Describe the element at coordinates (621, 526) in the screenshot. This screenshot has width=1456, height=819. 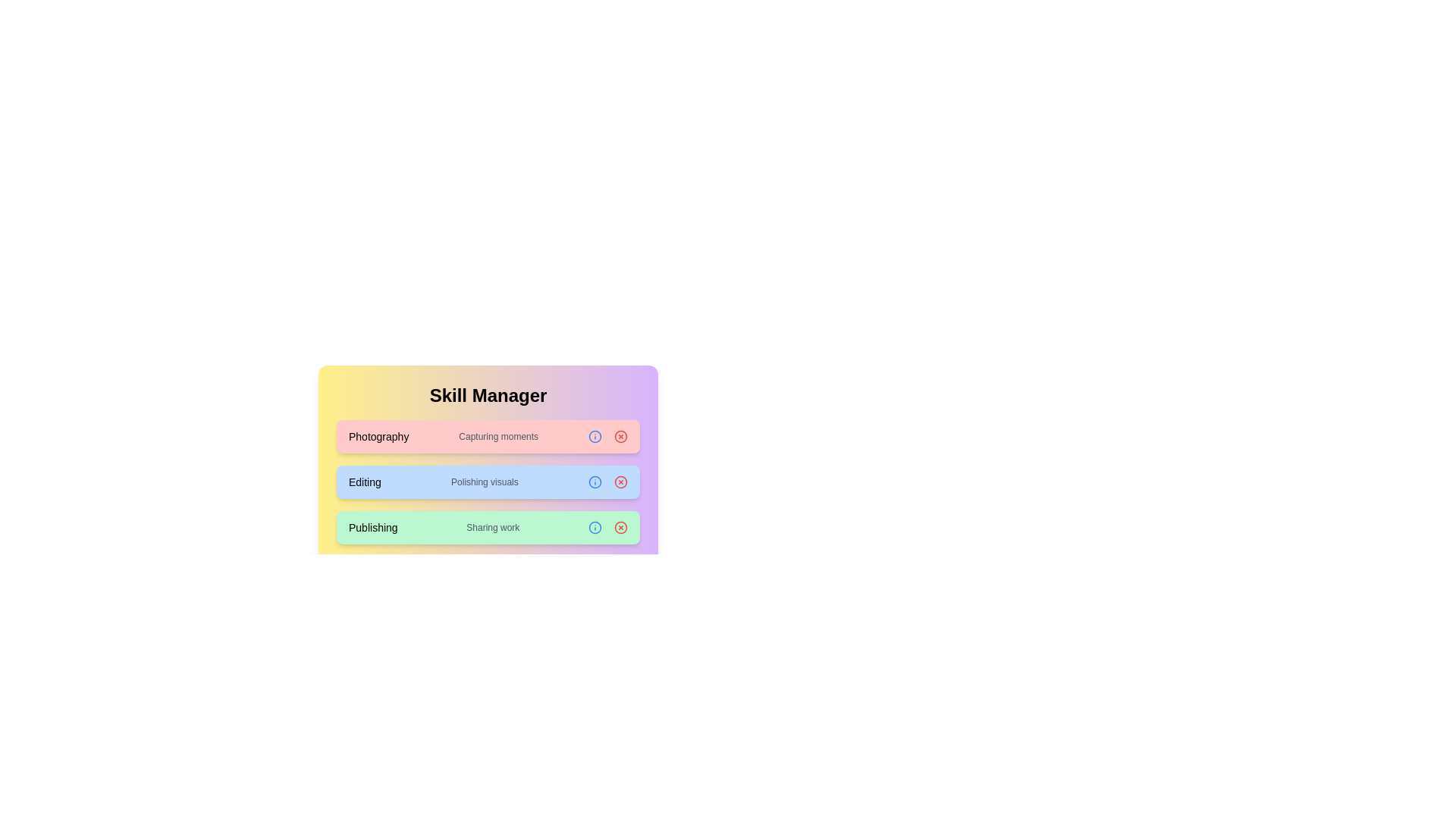
I see `the chip corresponding to Publishing` at that location.